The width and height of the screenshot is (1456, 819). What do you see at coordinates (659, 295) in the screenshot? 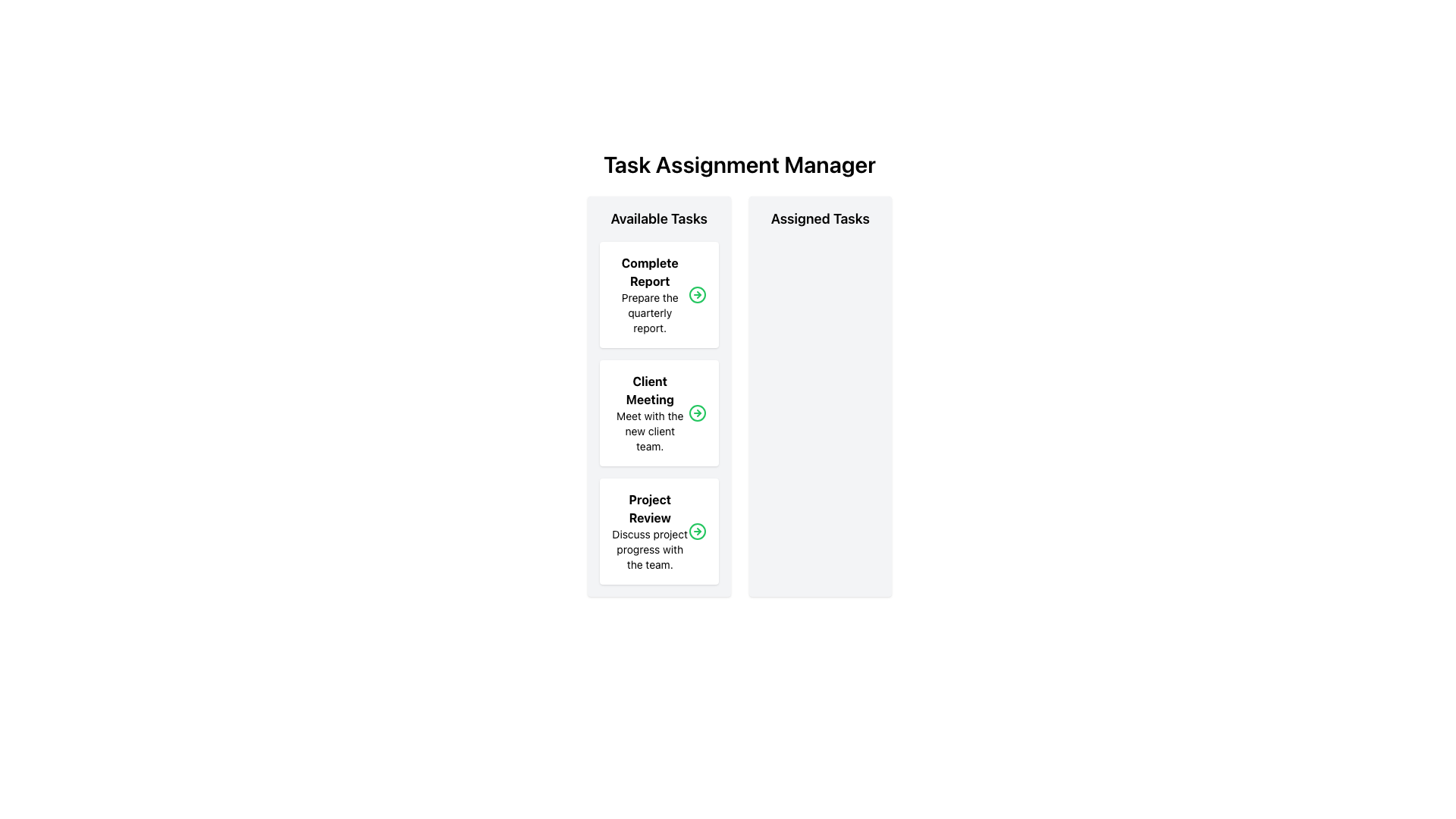
I see `the 'Complete Report' task card from the 'Available Tasks' section` at bounding box center [659, 295].